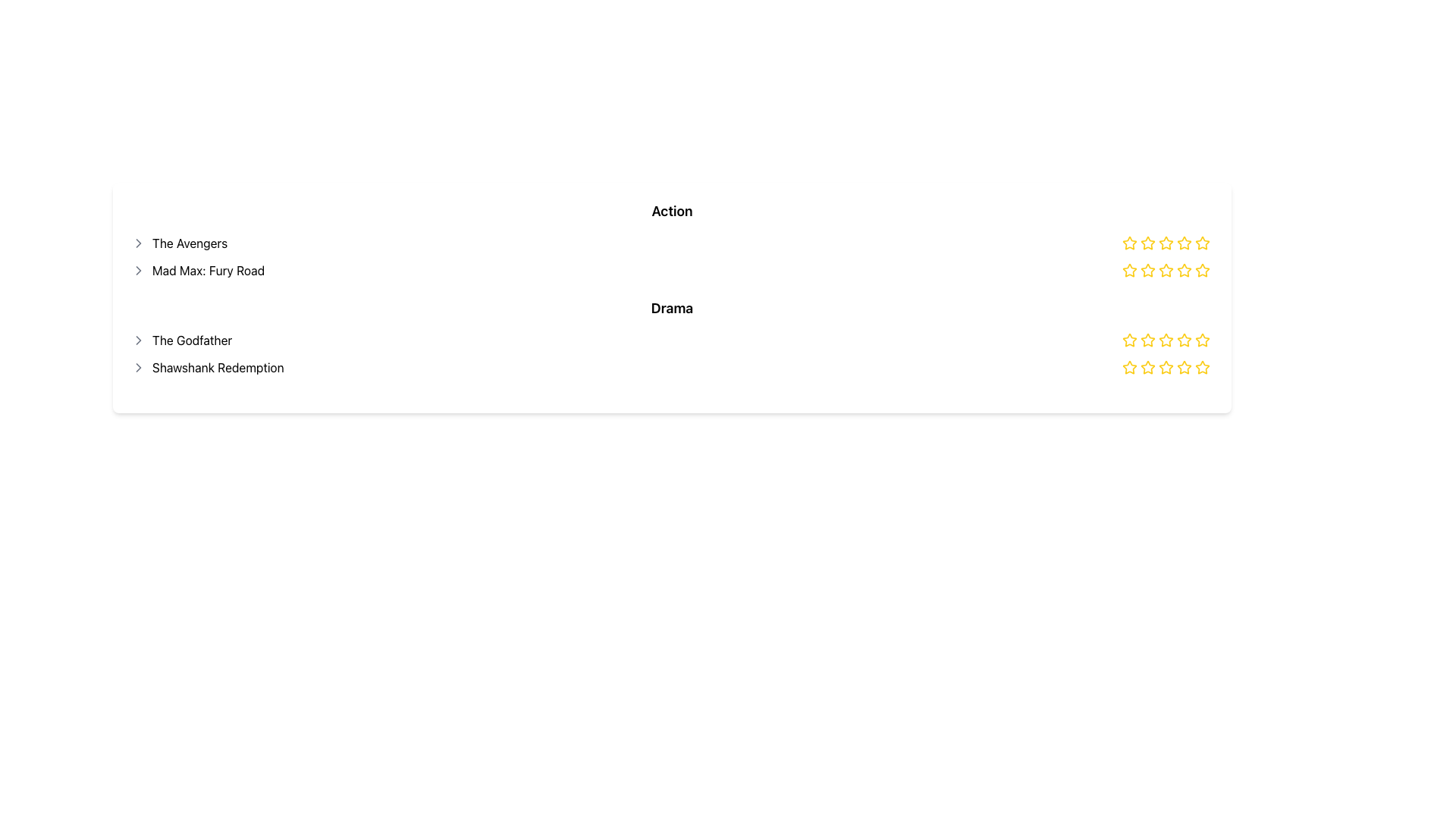 The height and width of the screenshot is (819, 1456). What do you see at coordinates (1167, 368) in the screenshot?
I see `the star rating control for the movie 'Shawshank Redemption'` at bounding box center [1167, 368].